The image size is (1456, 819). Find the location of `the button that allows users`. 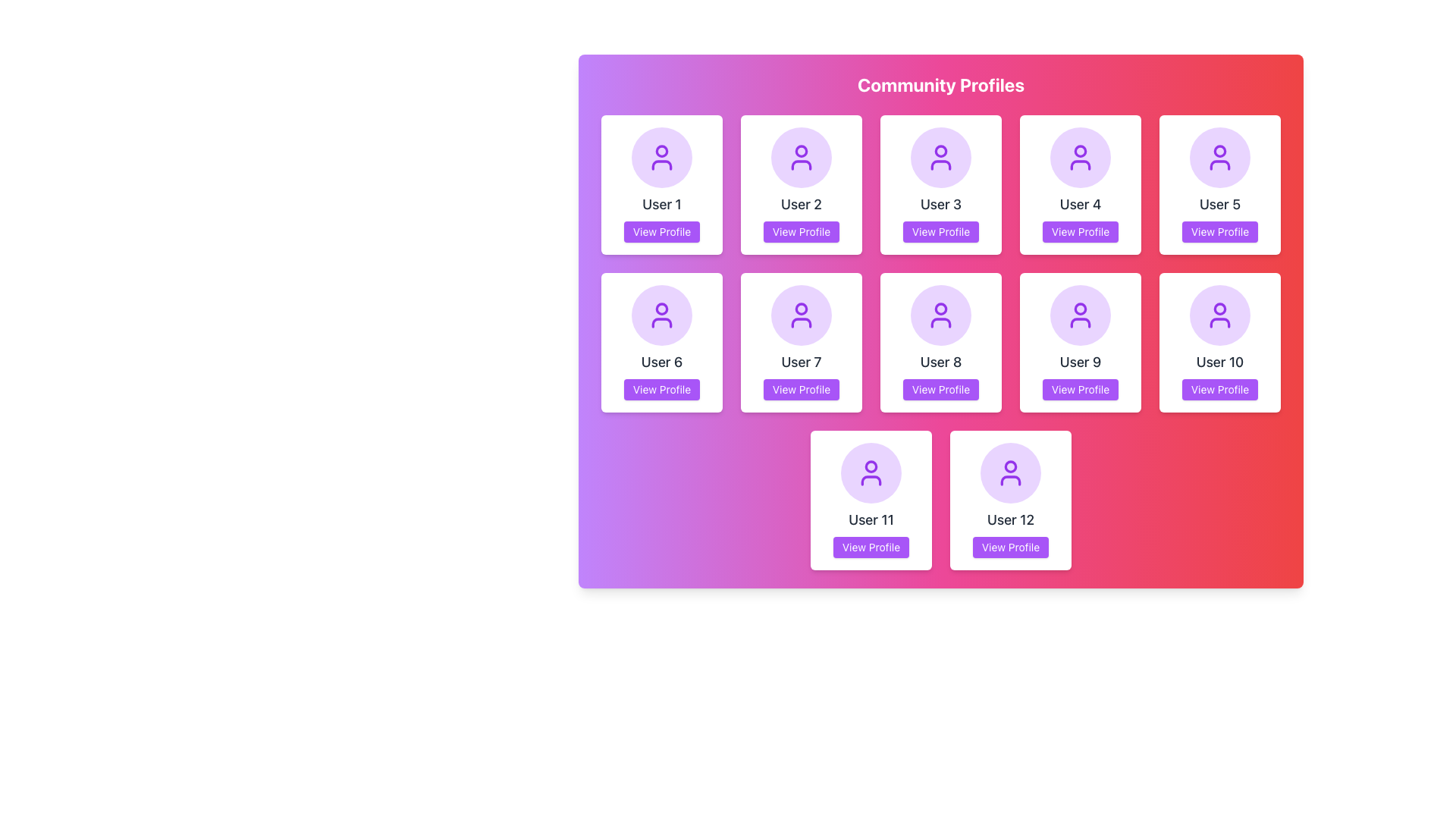

the button that allows users is located at coordinates (1219, 231).